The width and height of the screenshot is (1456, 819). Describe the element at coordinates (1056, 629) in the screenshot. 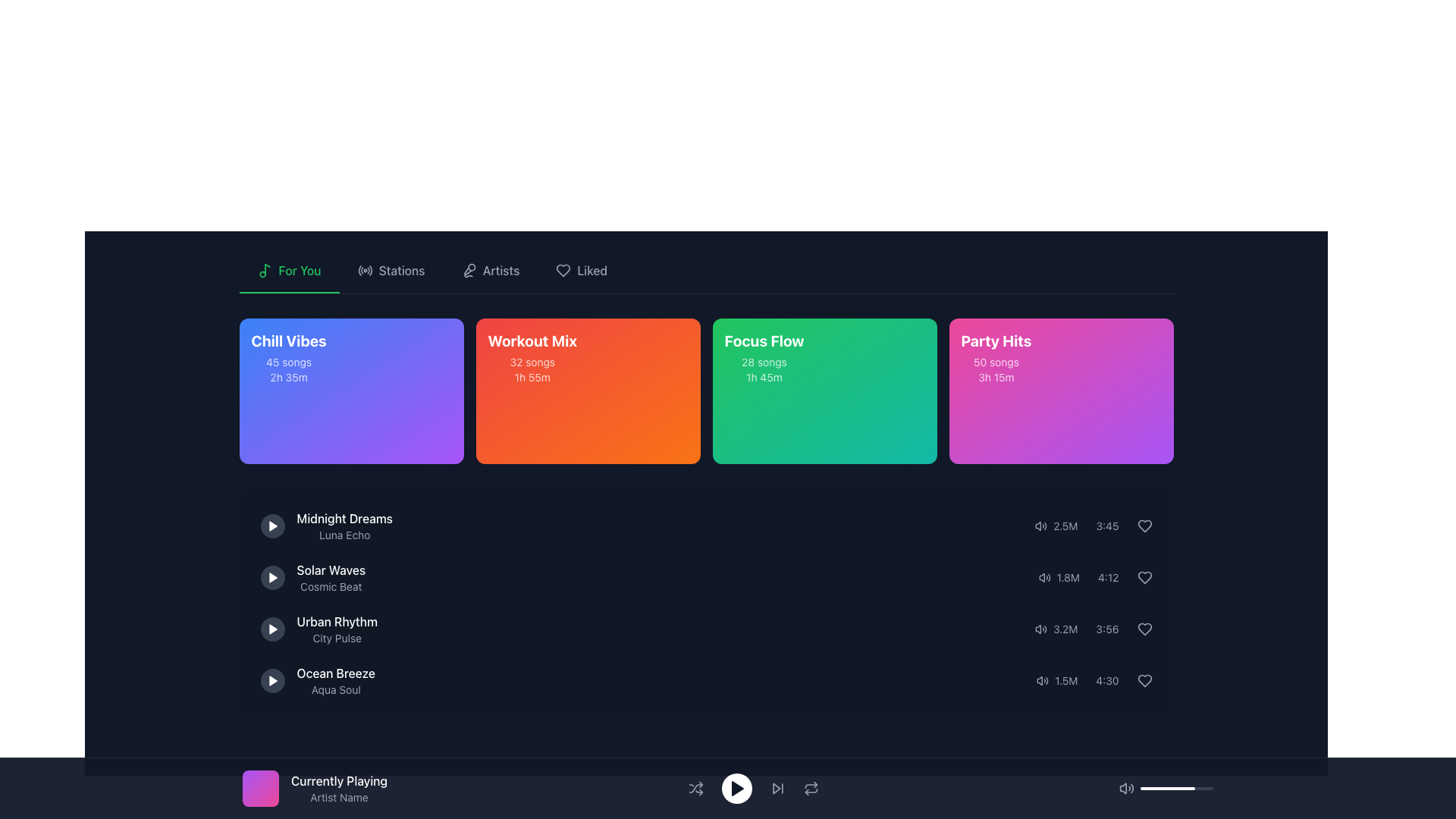

I see `the static text display reading '3.2M' which is styled in gray and is part of a horizontal arrangement with an audio icon to its left` at that location.